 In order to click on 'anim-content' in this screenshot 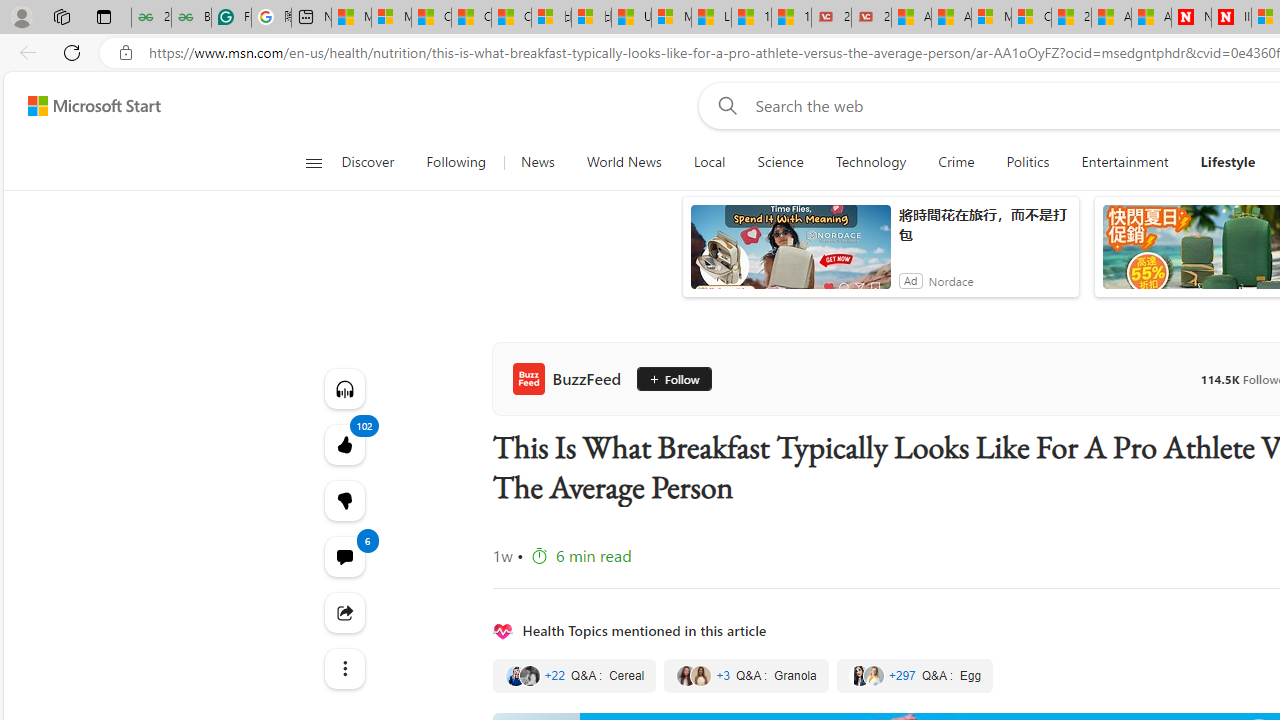, I will do `click(789, 254)`.